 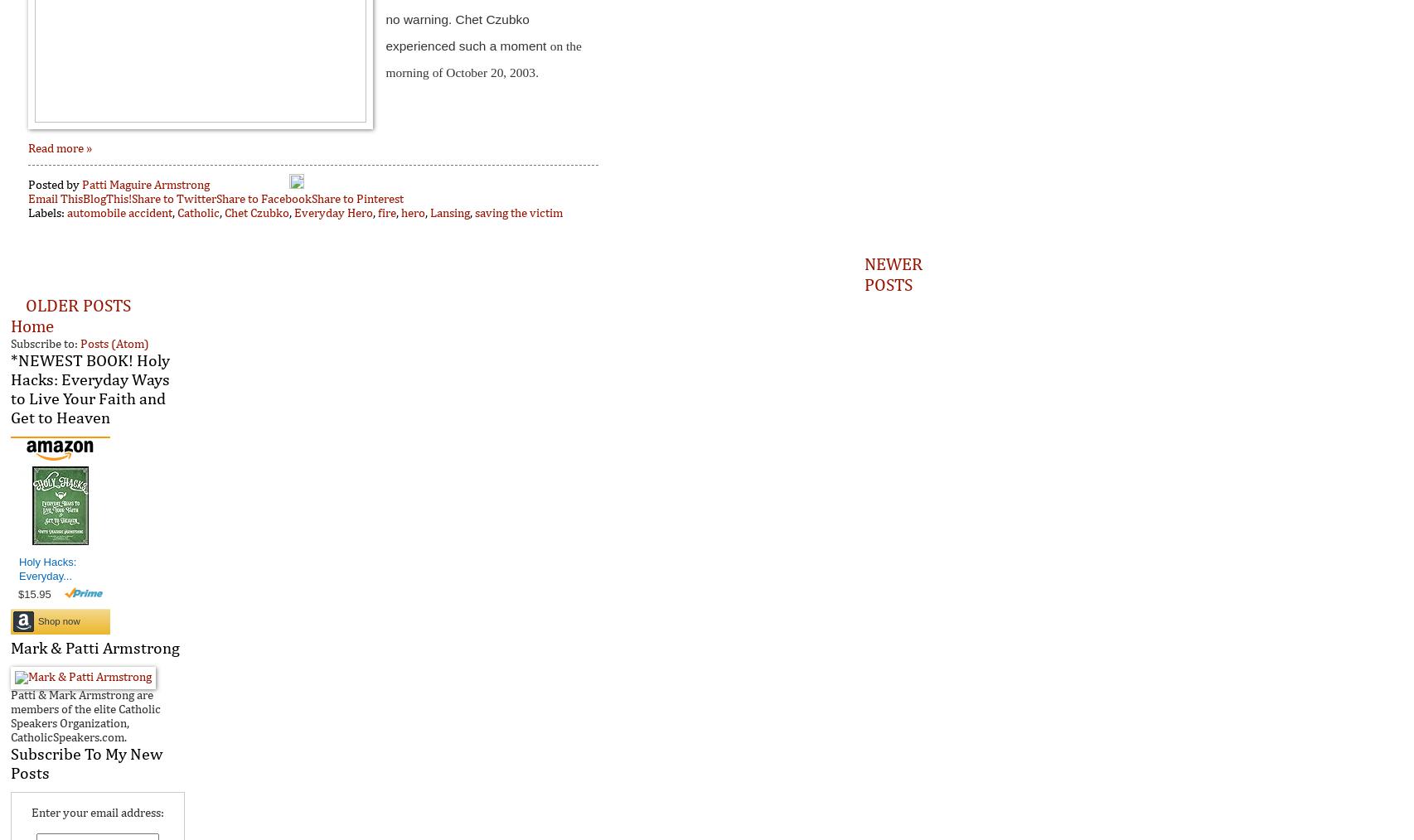 What do you see at coordinates (264, 198) in the screenshot?
I see `'Share to Facebook'` at bounding box center [264, 198].